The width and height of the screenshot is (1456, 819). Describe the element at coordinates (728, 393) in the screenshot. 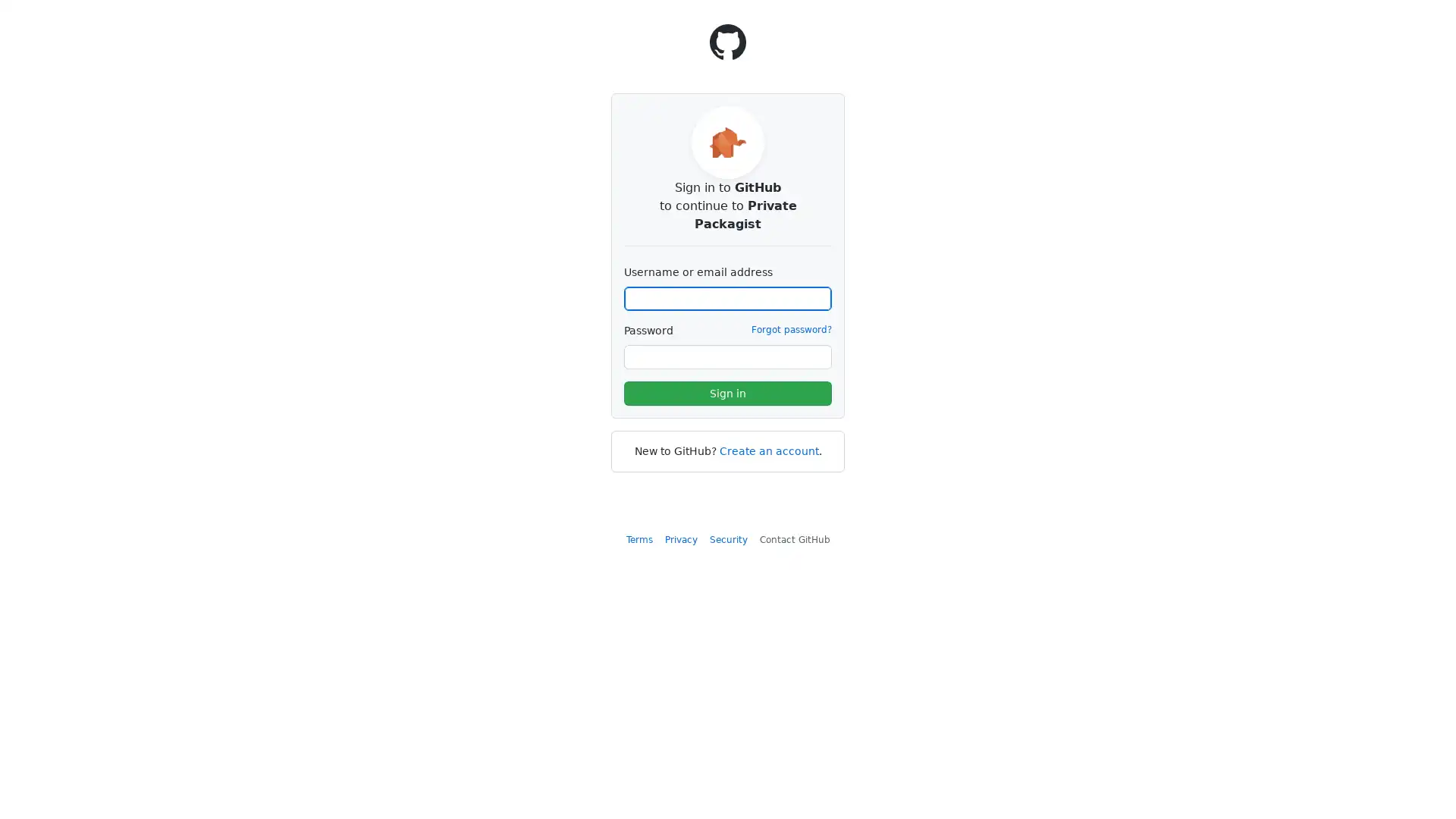

I see `Sign in` at that location.